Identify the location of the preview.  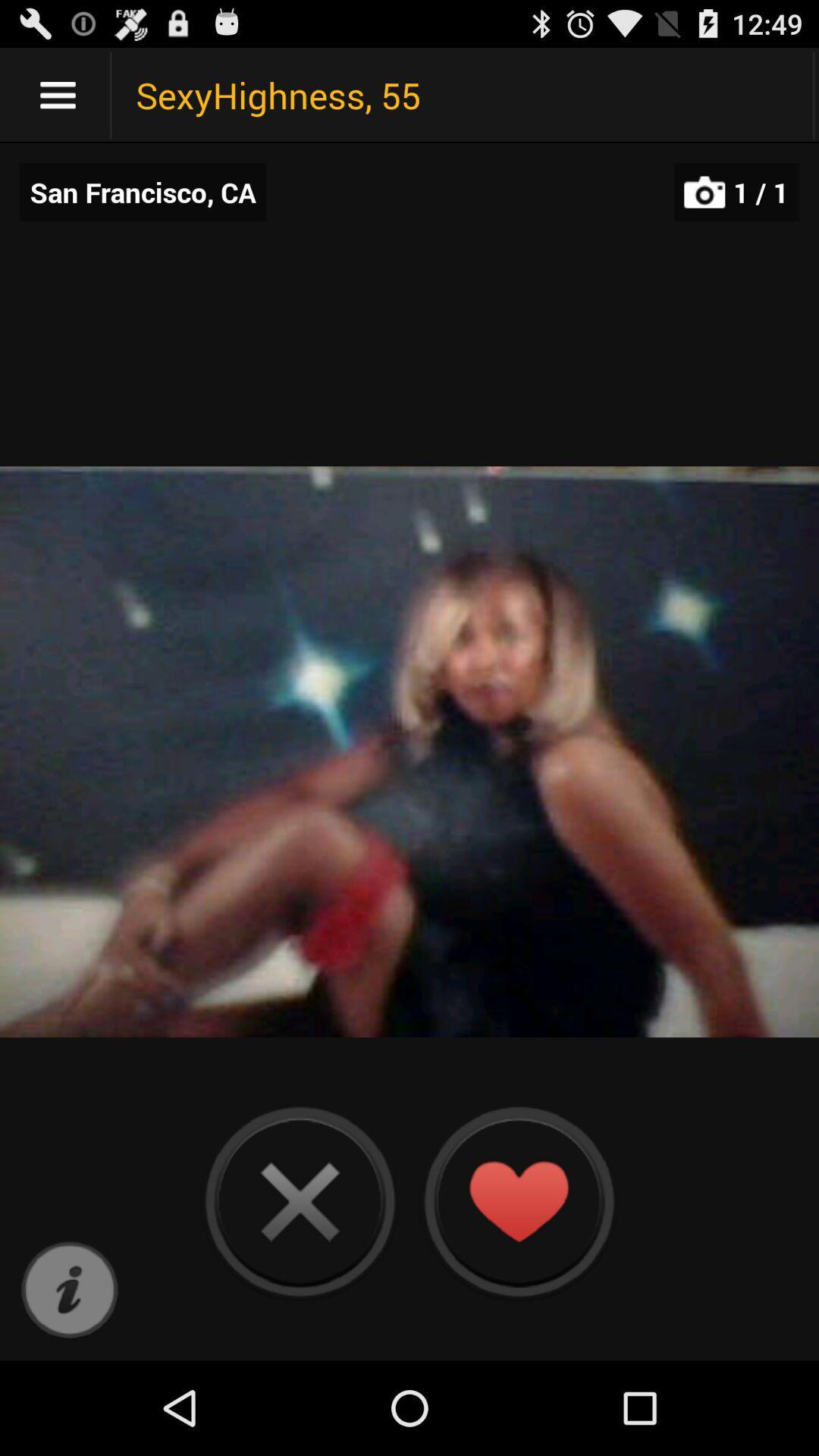
(300, 1200).